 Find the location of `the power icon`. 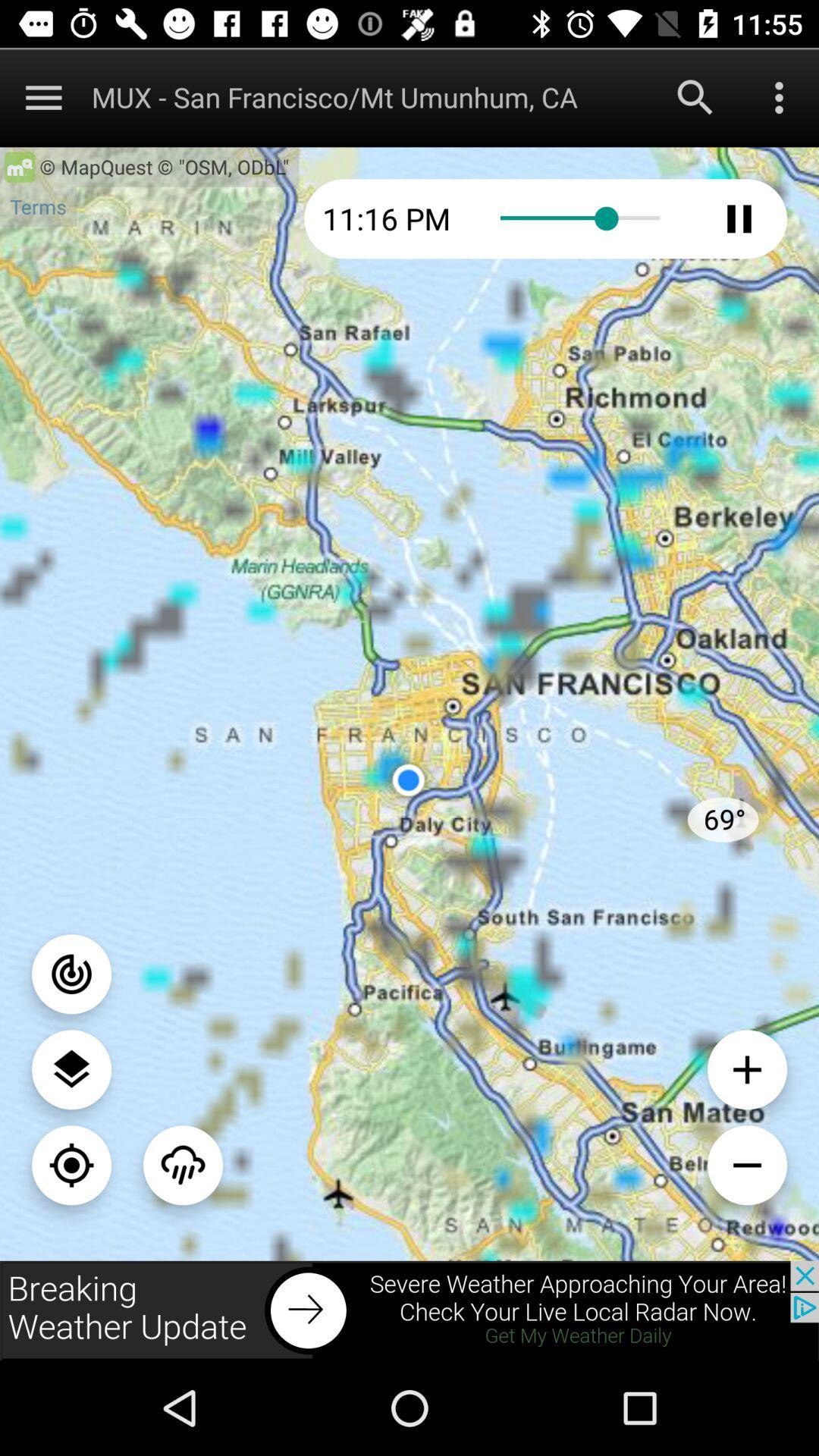

the power icon is located at coordinates (71, 974).